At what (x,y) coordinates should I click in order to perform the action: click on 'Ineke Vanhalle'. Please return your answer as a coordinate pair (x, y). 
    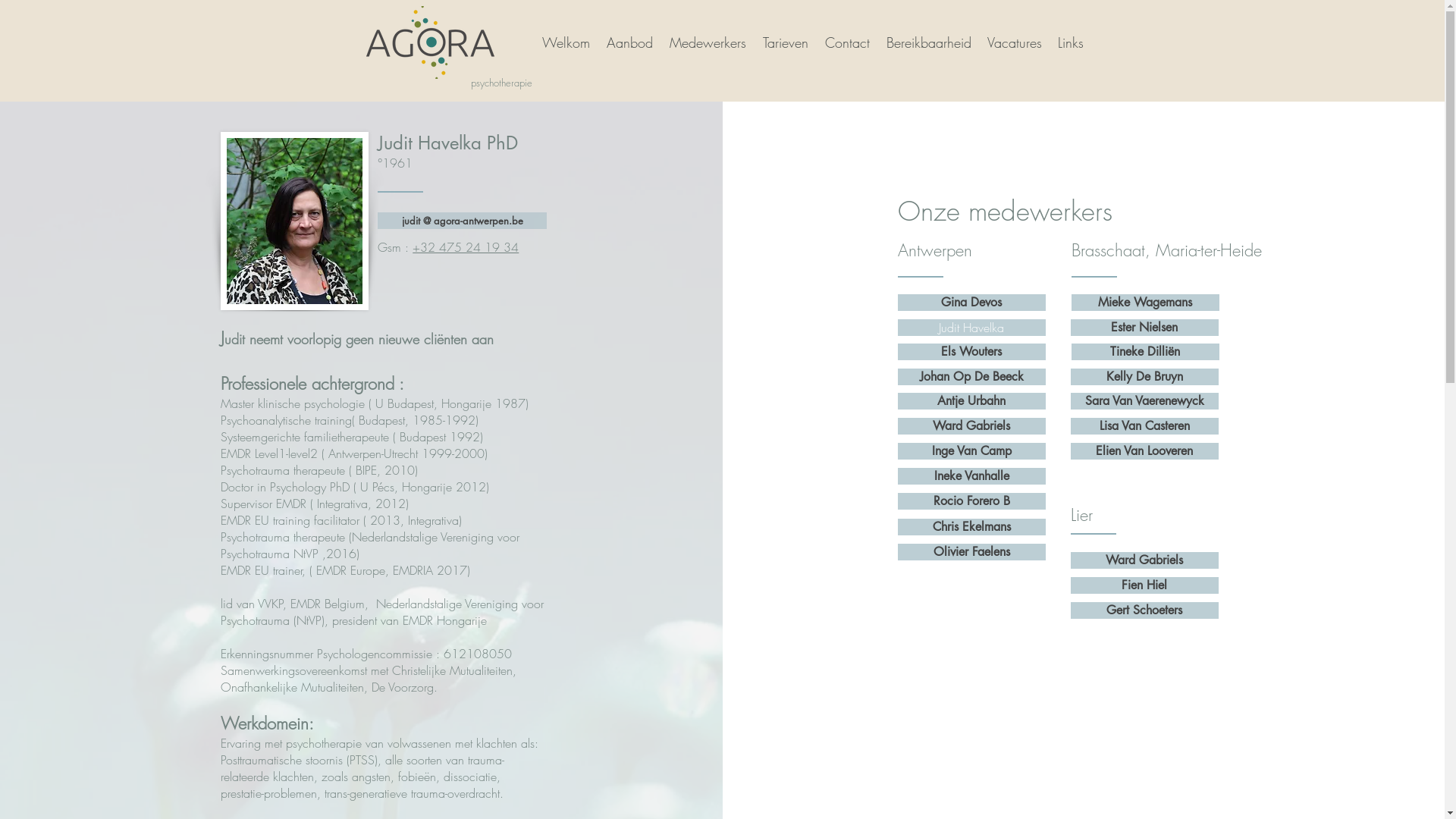
    Looking at the image, I should click on (971, 475).